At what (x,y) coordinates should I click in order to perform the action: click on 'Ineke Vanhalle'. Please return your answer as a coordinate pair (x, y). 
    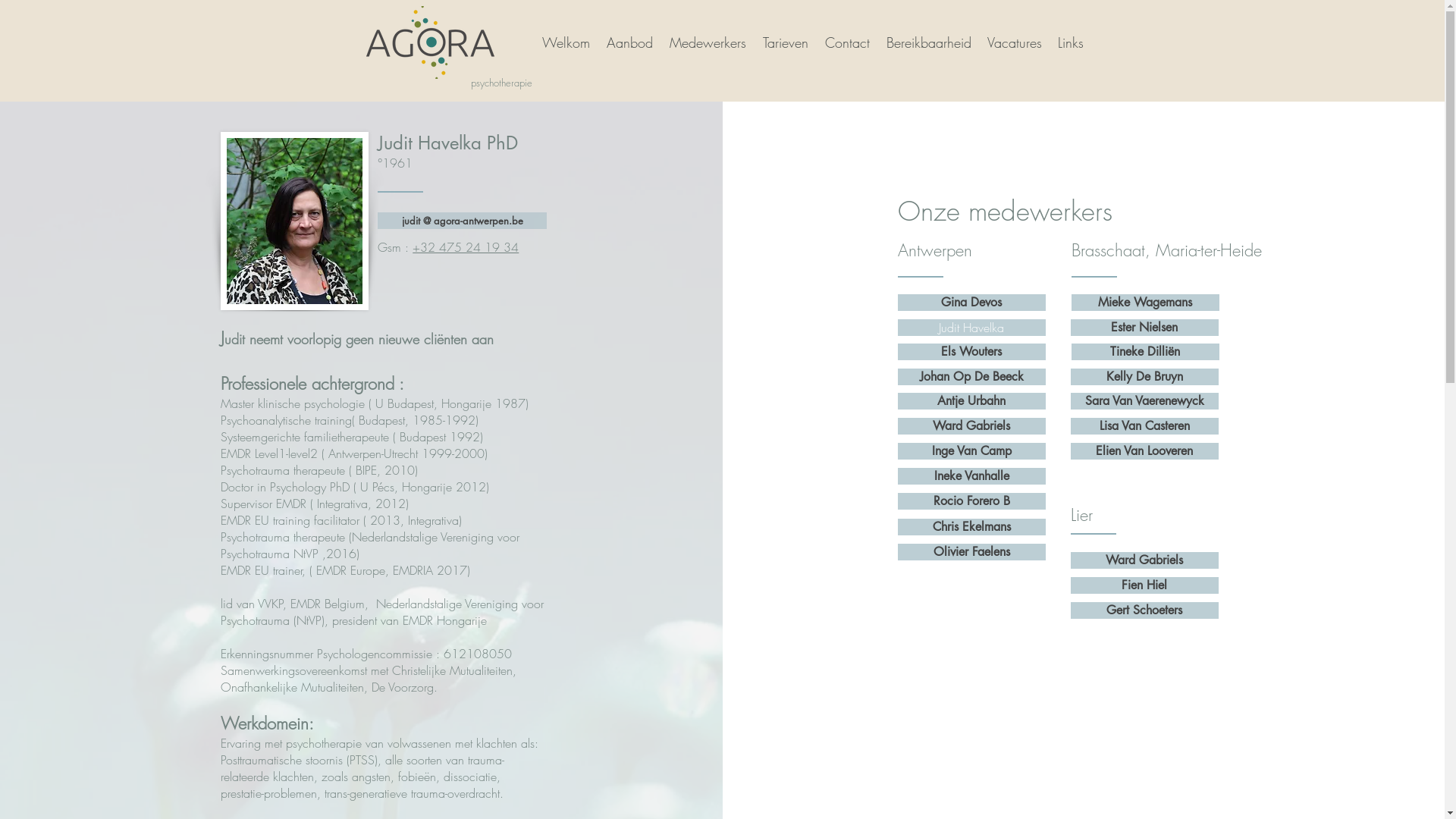
    Looking at the image, I should click on (971, 475).